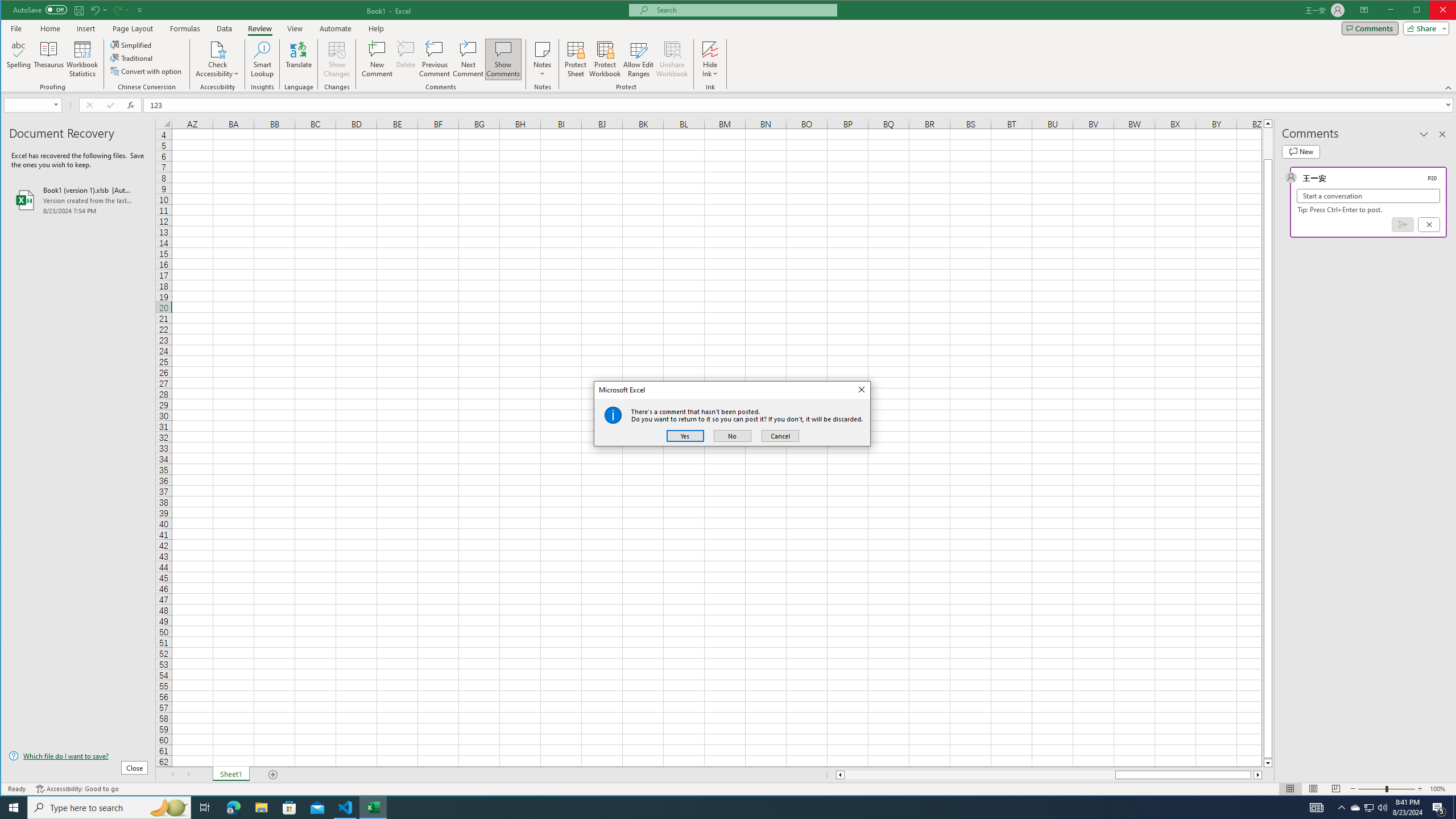 Image resolution: width=1456 pixels, height=819 pixels. I want to click on 'Type here to search', so click(109, 806).